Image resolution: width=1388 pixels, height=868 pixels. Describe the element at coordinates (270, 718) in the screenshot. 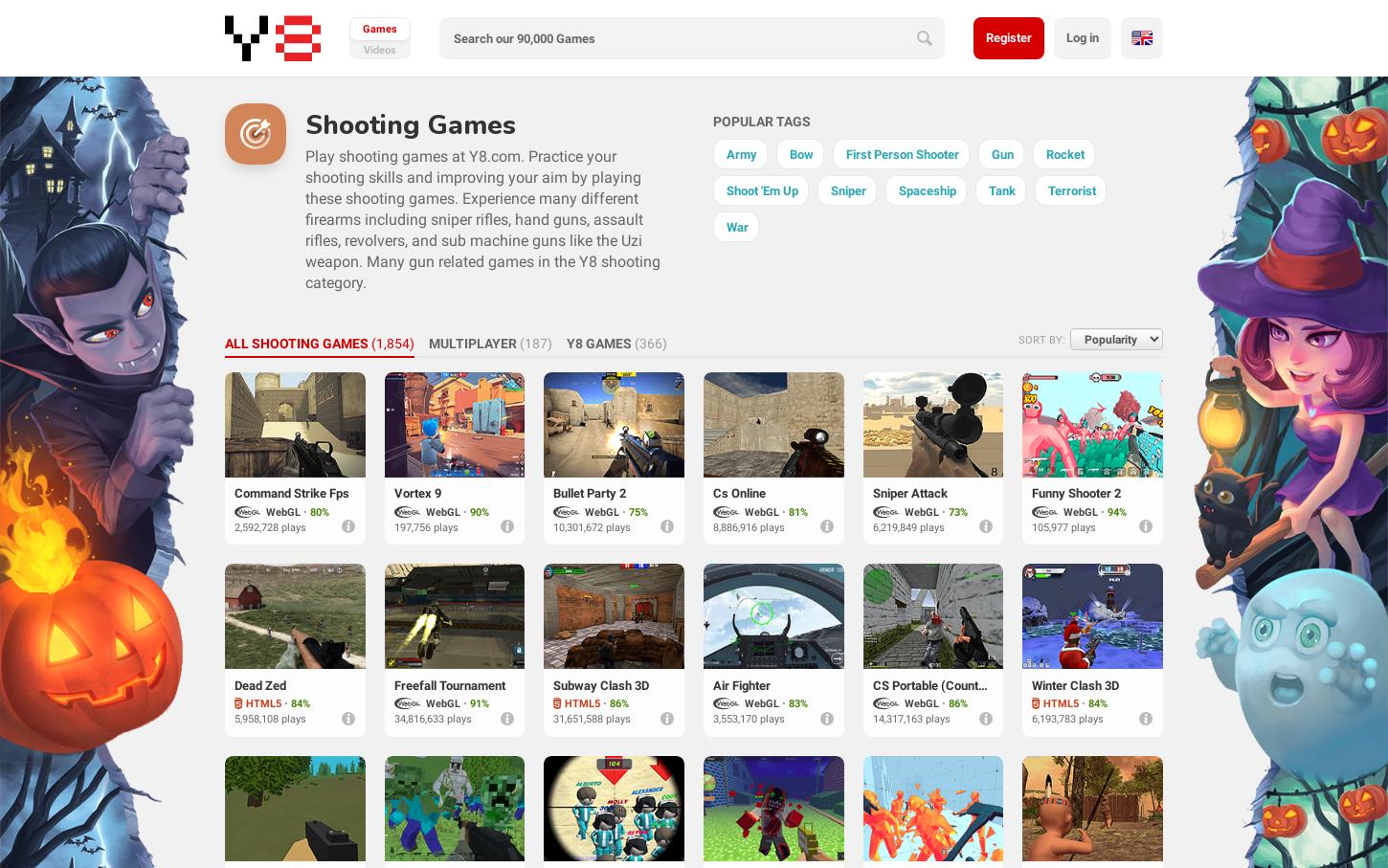

I see `'5,958,108 plays'` at that location.